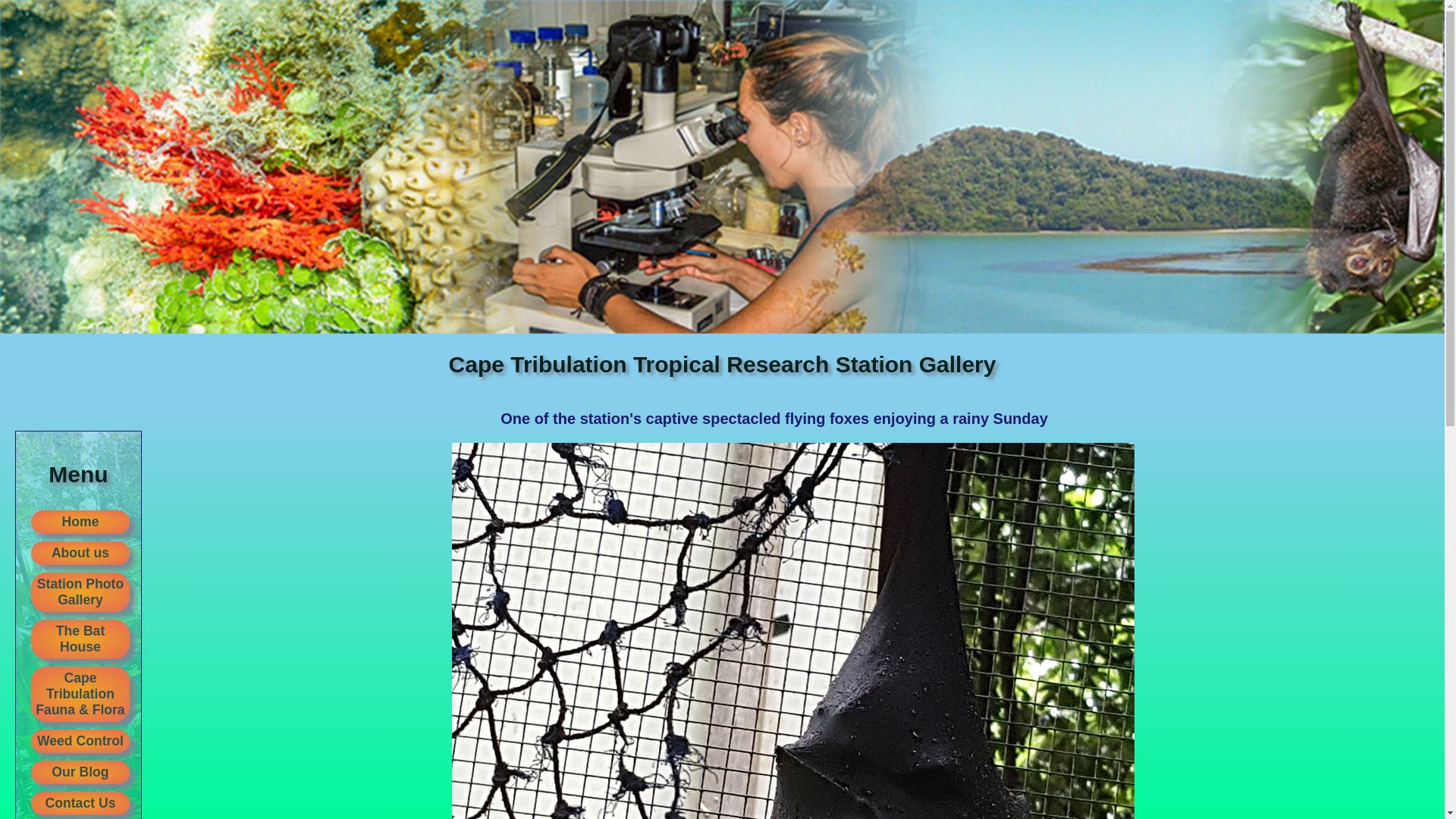  I want to click on 'Weed Control', so click(79, 740).